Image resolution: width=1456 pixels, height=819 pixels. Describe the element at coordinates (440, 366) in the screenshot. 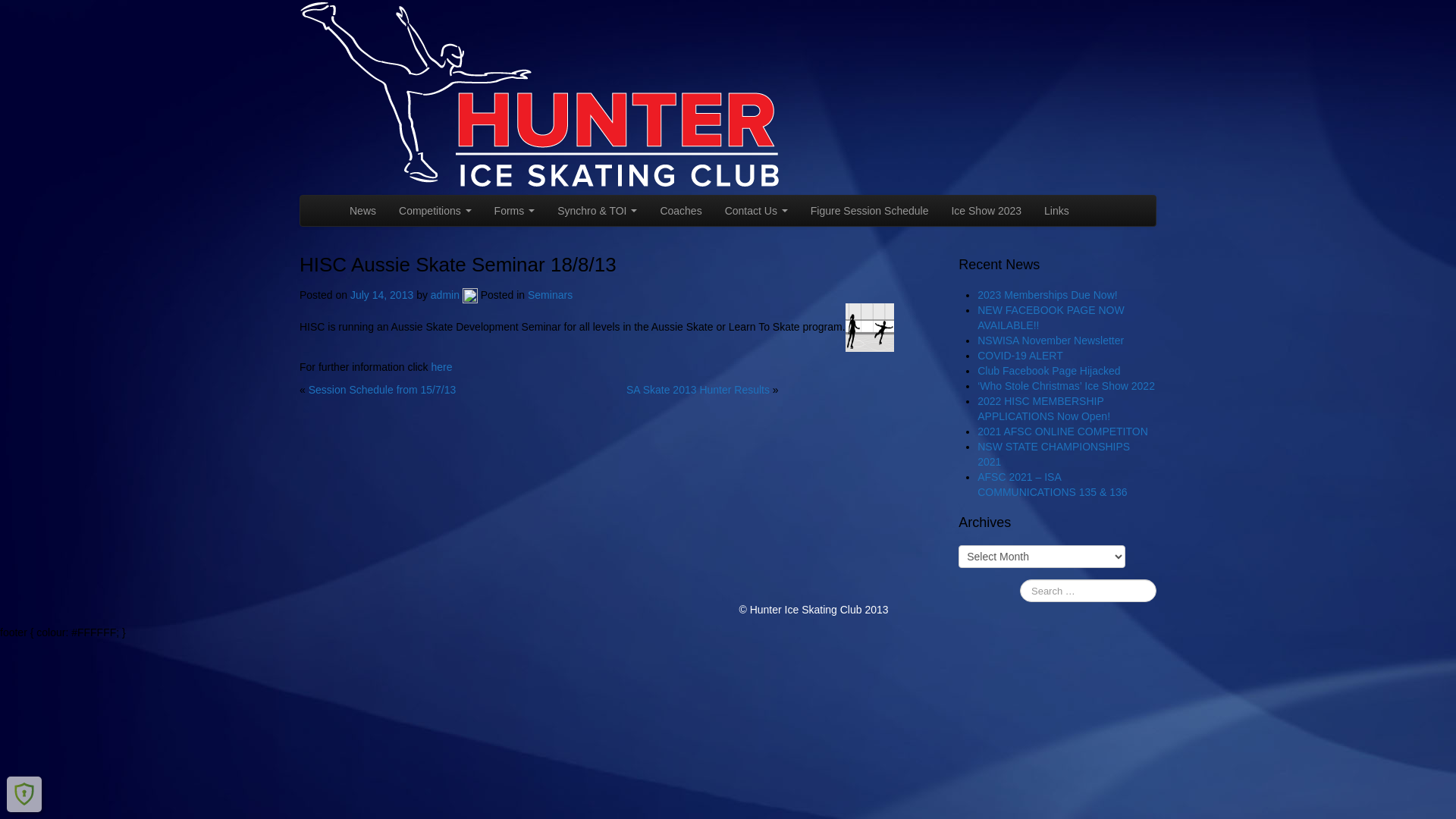

I see `'here'` at that location.